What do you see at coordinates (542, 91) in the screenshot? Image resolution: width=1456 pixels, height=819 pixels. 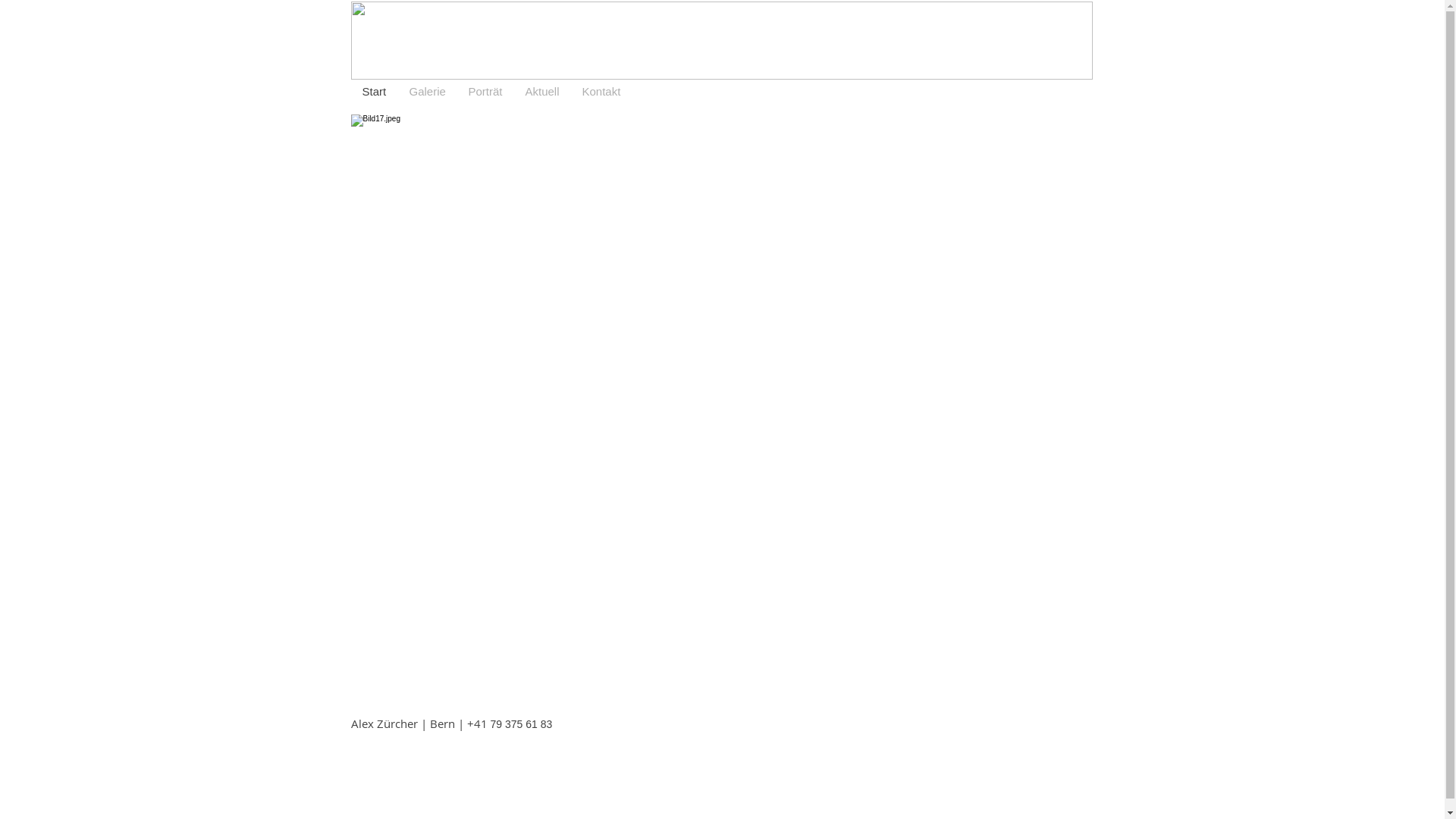 I see `'Aktuell'` at bounding box center [542, 91].